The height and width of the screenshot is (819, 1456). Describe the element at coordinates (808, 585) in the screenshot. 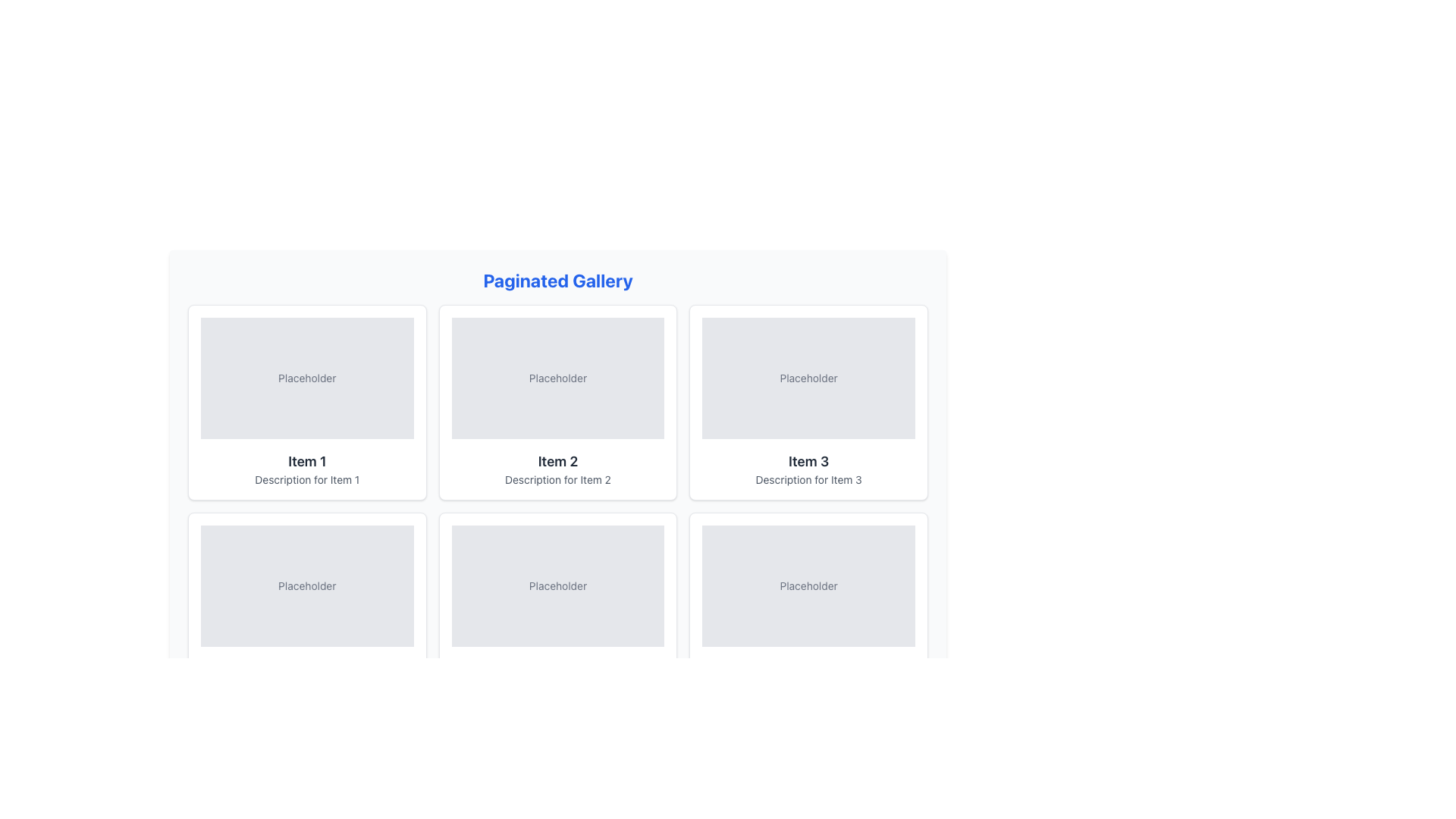

I see `the text component displaying 'Placeholder' in a small gray font located in the bottom-right card of the grid layout` at that location.